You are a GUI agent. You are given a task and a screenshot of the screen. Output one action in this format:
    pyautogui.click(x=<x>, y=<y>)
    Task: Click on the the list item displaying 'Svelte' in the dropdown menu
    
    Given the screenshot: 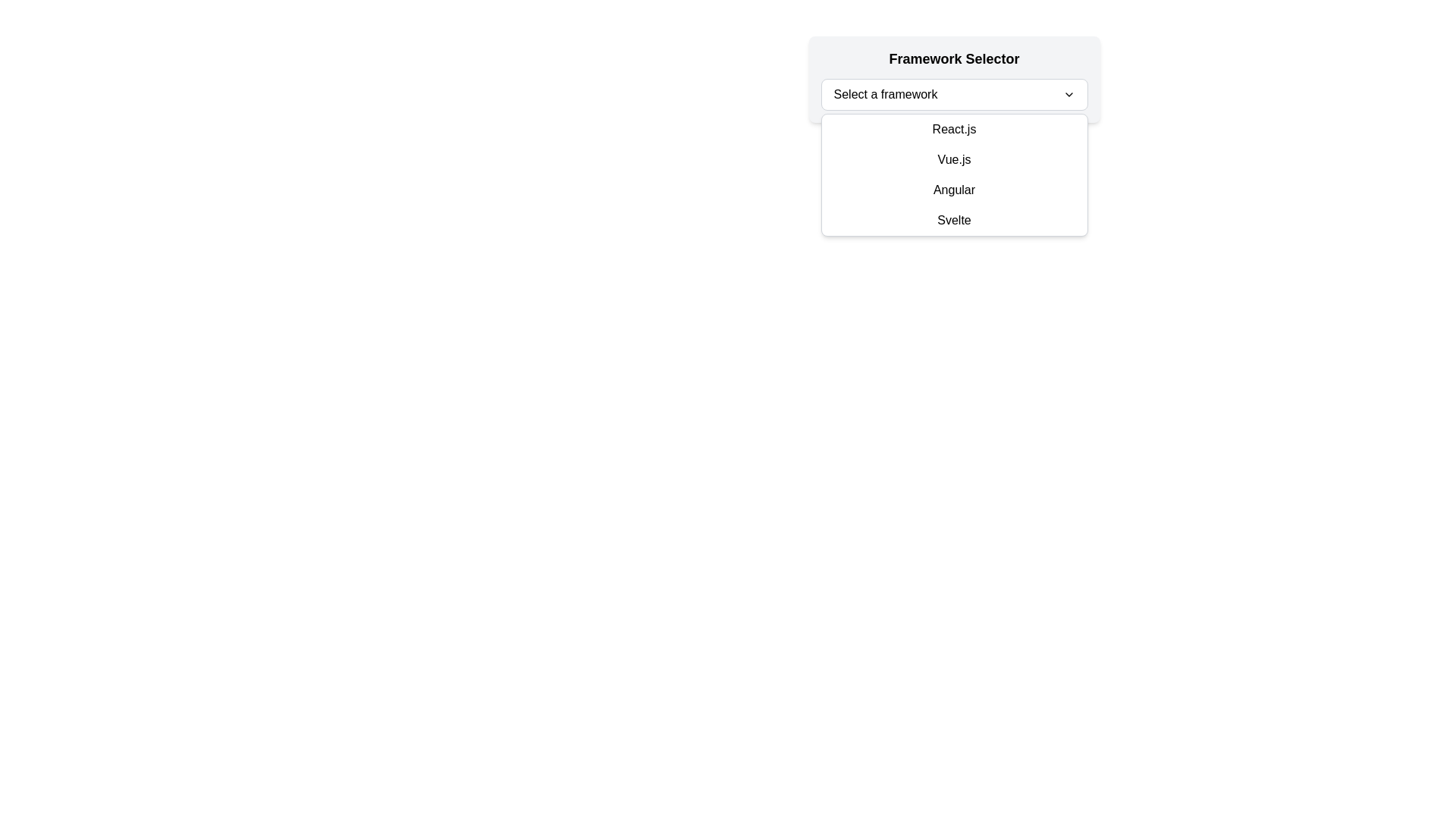 What is the action you would take?
    pyautogui.click(x=953, y=220)
    